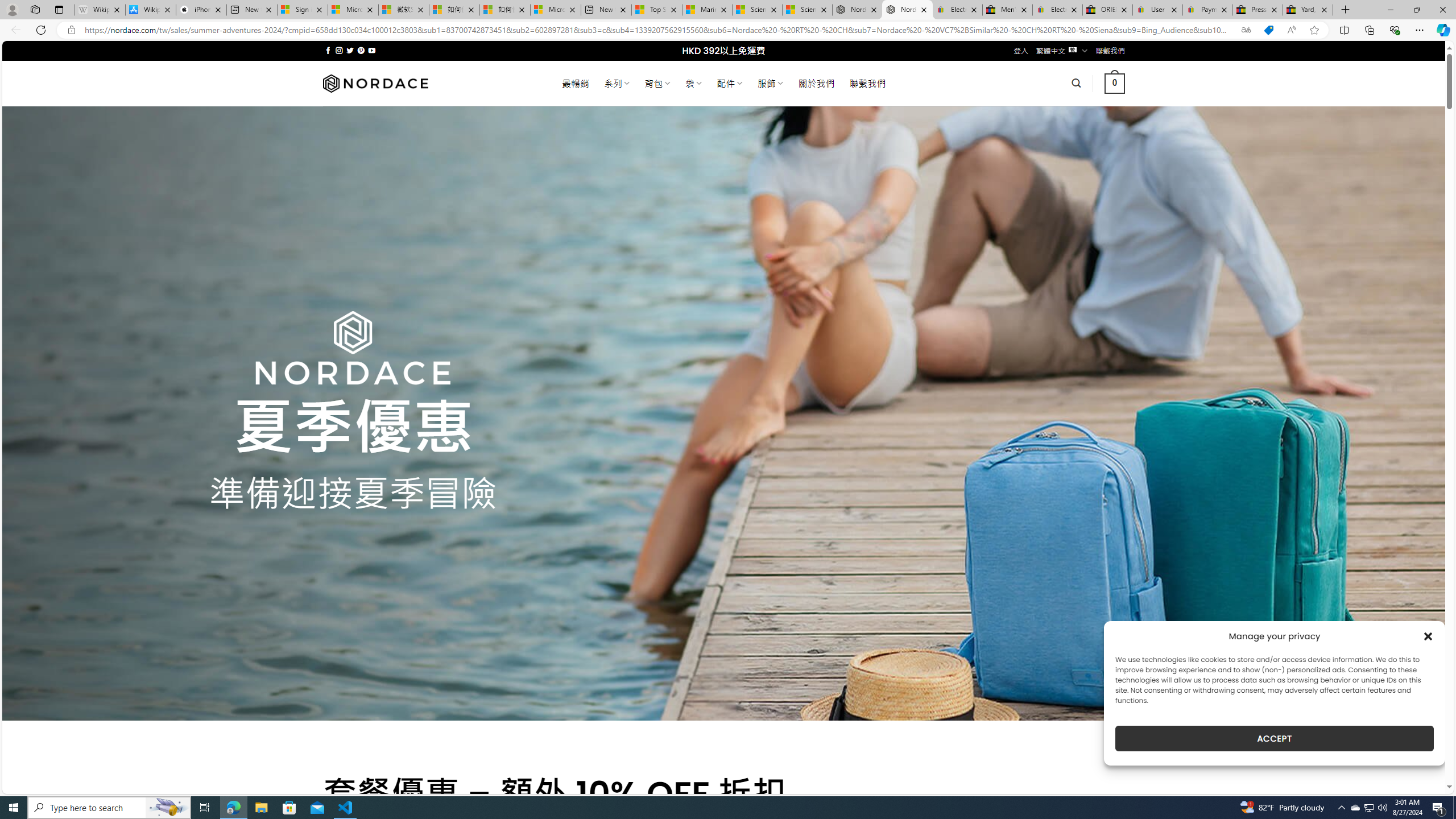 This screenshot has height=819, width=1456. What do you see at coordinates (1207, 9) in the screenshot?
I see `'Payments Terms of Use | eBay.com'` at bounding box center [1207, 9].